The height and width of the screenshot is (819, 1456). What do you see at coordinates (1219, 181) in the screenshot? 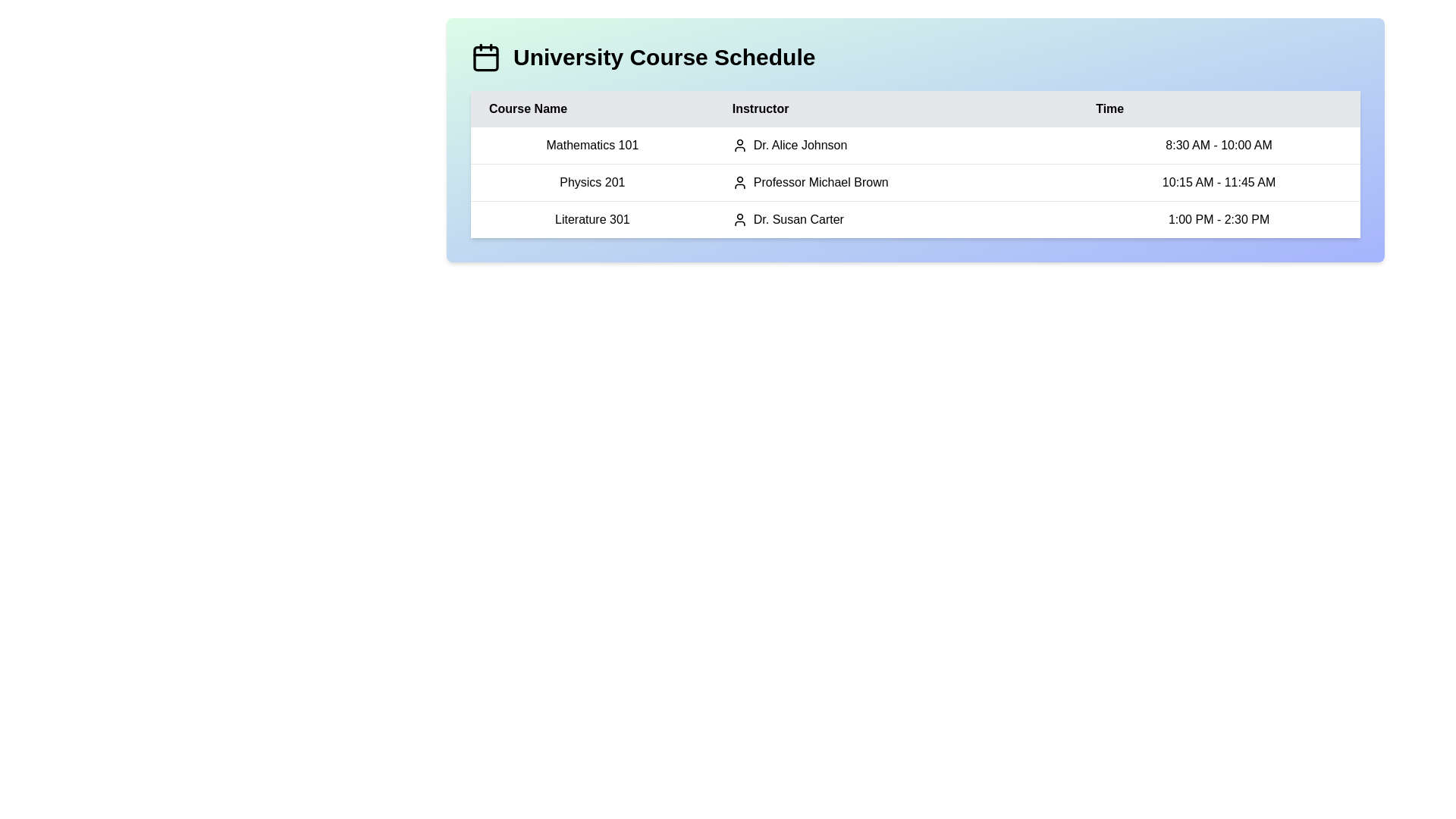
I see `the text display indicating the scheduled time for the 'Physics 201' course, located in the 'Time' column of the second row in the 'University Course Schedule' table` at bounding box center [1219, 181].